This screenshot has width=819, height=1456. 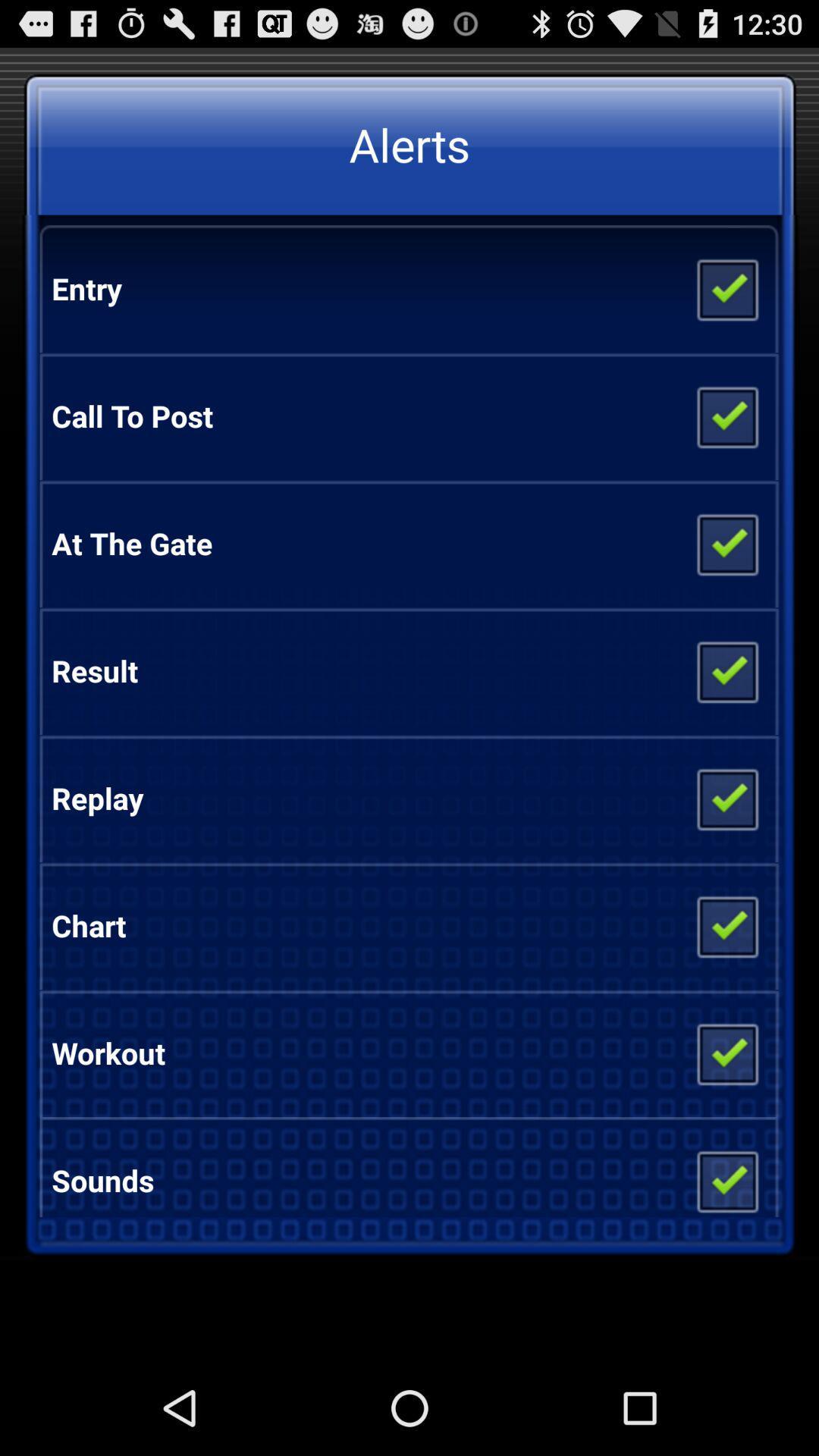 What do you see at coordinates (726, 416) in the screenshot?
I see `check or uncheck option` at bounding box center [726, 416].